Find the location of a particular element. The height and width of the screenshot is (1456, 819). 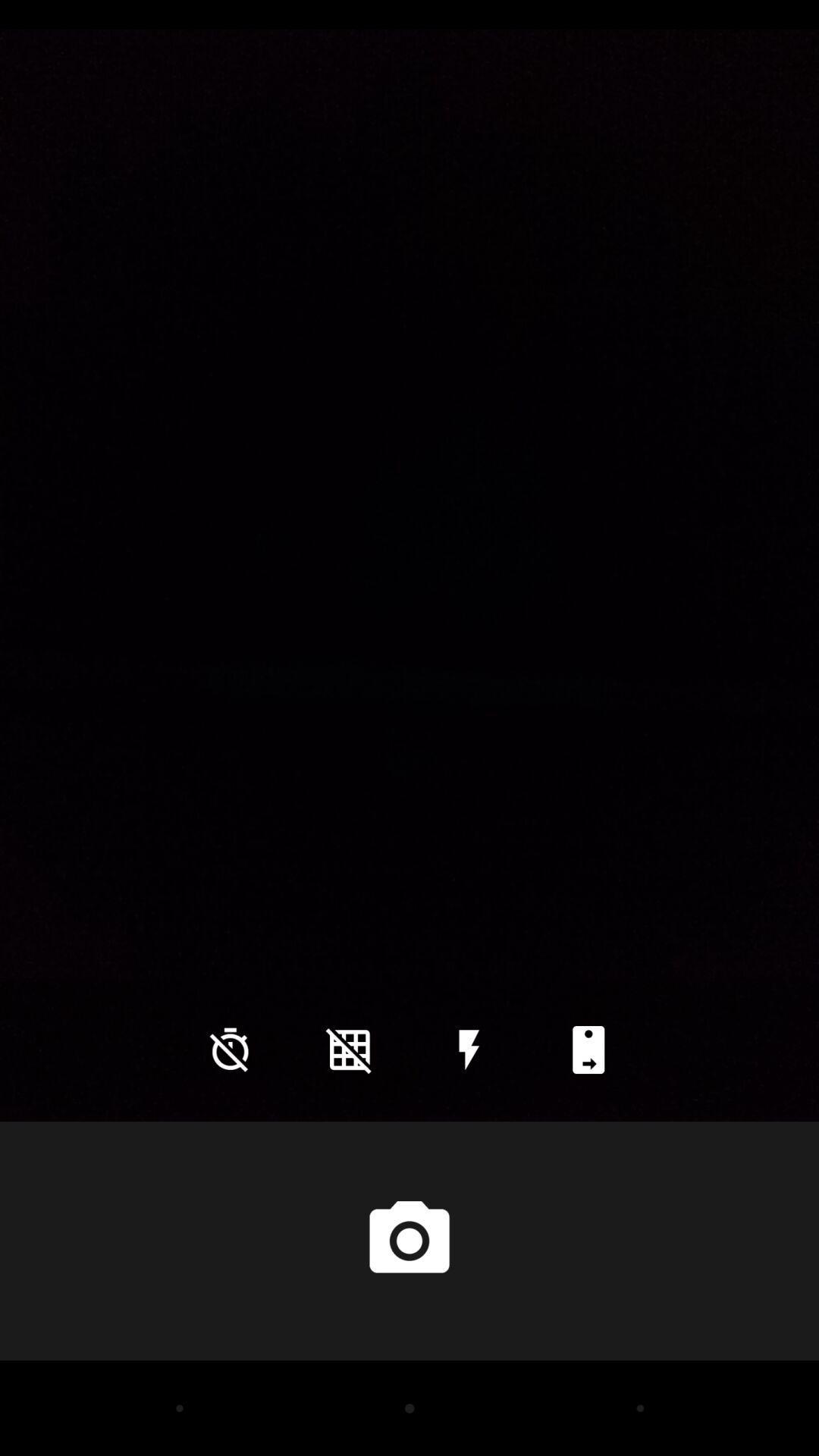

the time icon is located at coordinates (230, 1049).